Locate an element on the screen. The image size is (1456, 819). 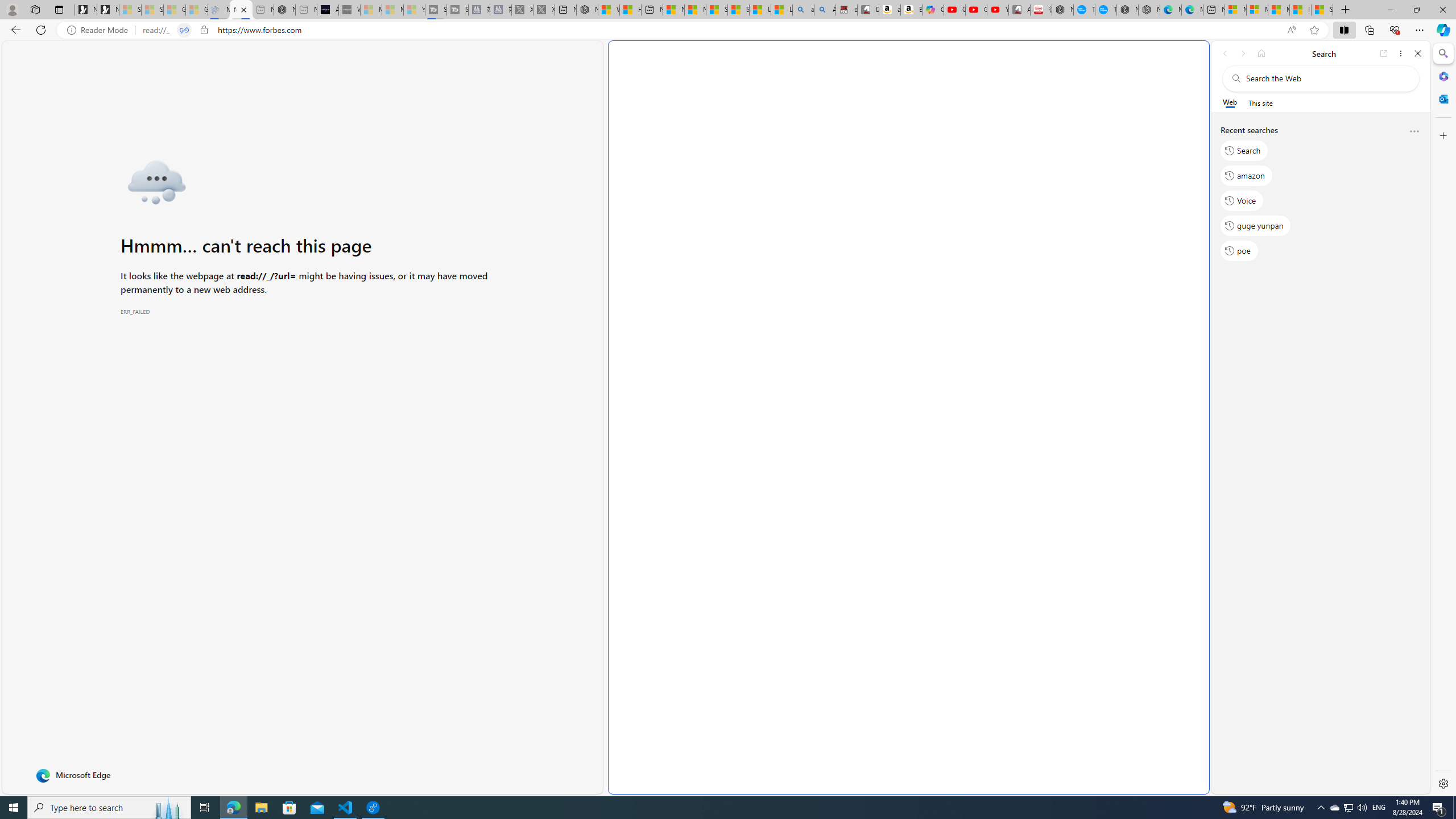
'Tabs in split screen' is located at coordinates (183, 30).